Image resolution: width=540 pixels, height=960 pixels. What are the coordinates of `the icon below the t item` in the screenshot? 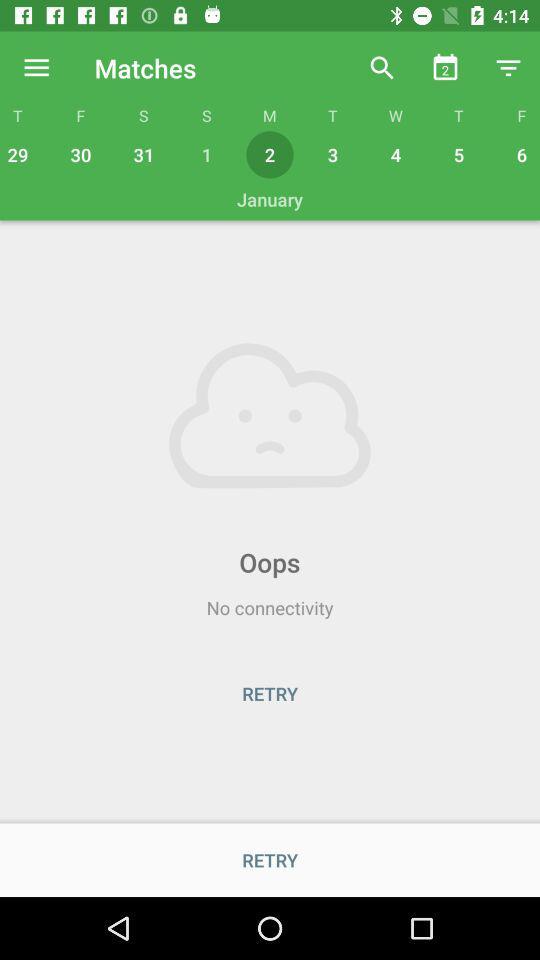 It's located at (459, 153).